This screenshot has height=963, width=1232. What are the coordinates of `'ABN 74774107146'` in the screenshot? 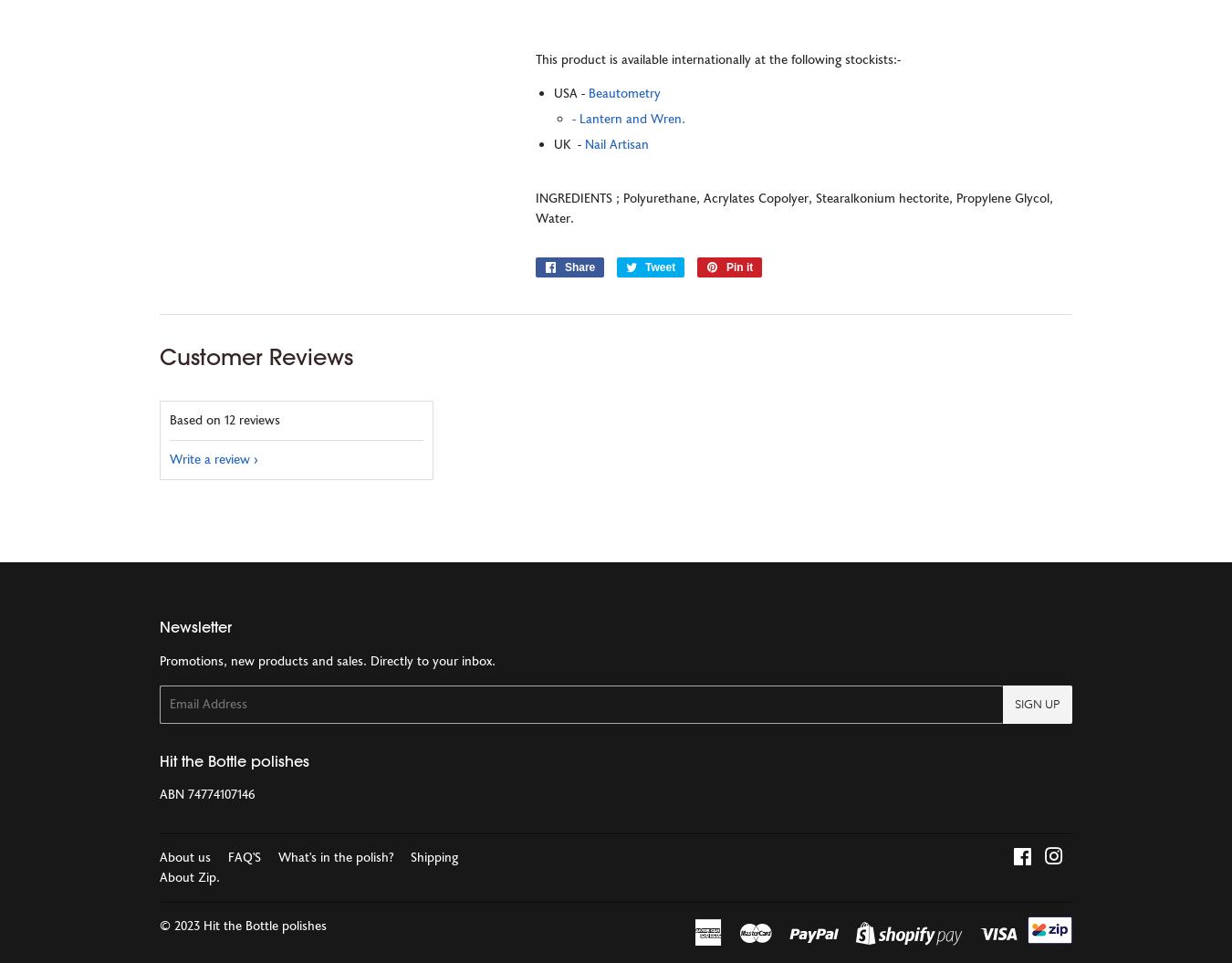 It's located at (205, 795).